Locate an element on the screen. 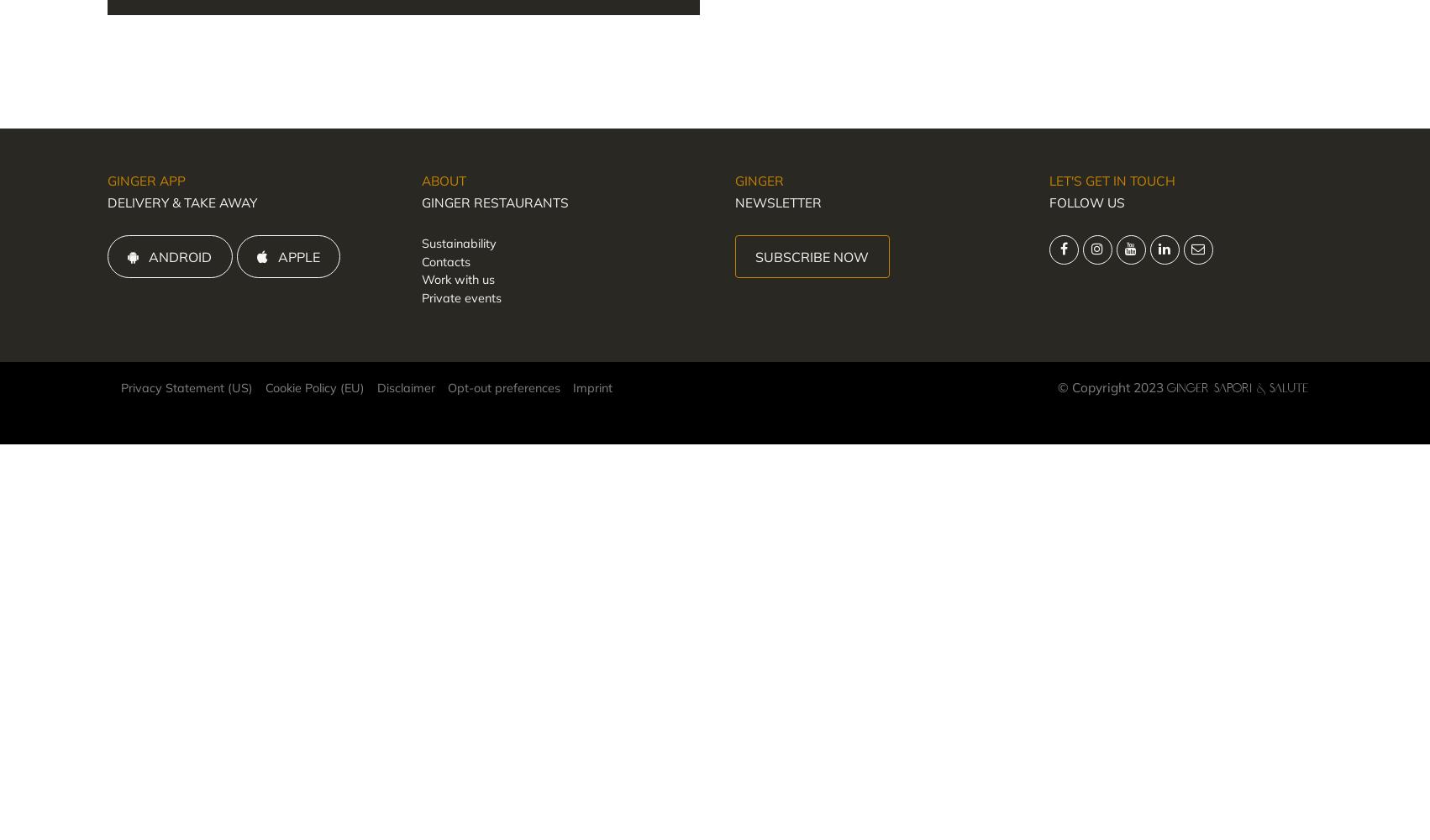 This screenshot has width=1430, height=840. 'APPLE' is located at coordinates (296, 256).